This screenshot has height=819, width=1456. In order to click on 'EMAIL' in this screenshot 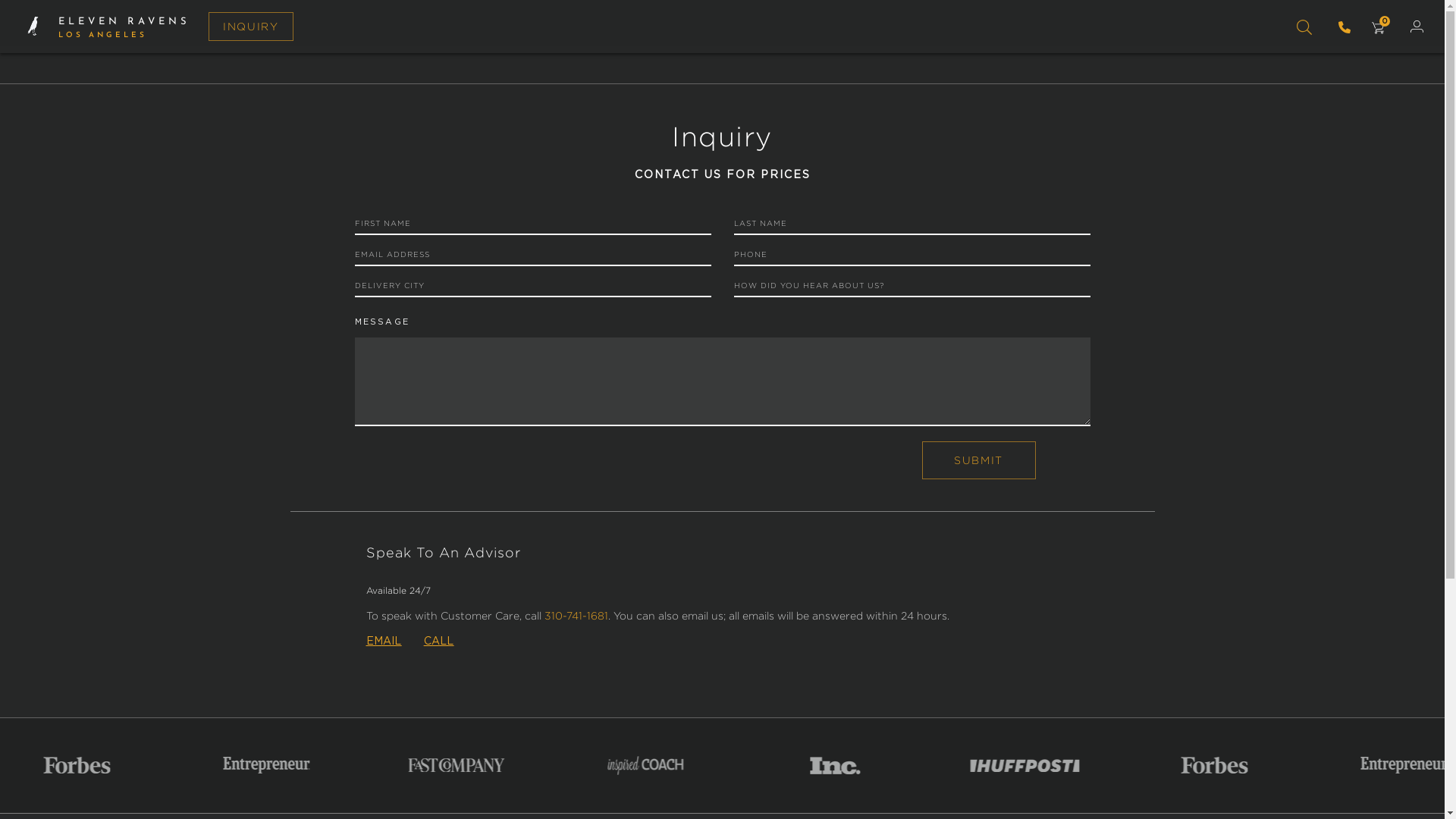, I will do `click(365, 641)`.